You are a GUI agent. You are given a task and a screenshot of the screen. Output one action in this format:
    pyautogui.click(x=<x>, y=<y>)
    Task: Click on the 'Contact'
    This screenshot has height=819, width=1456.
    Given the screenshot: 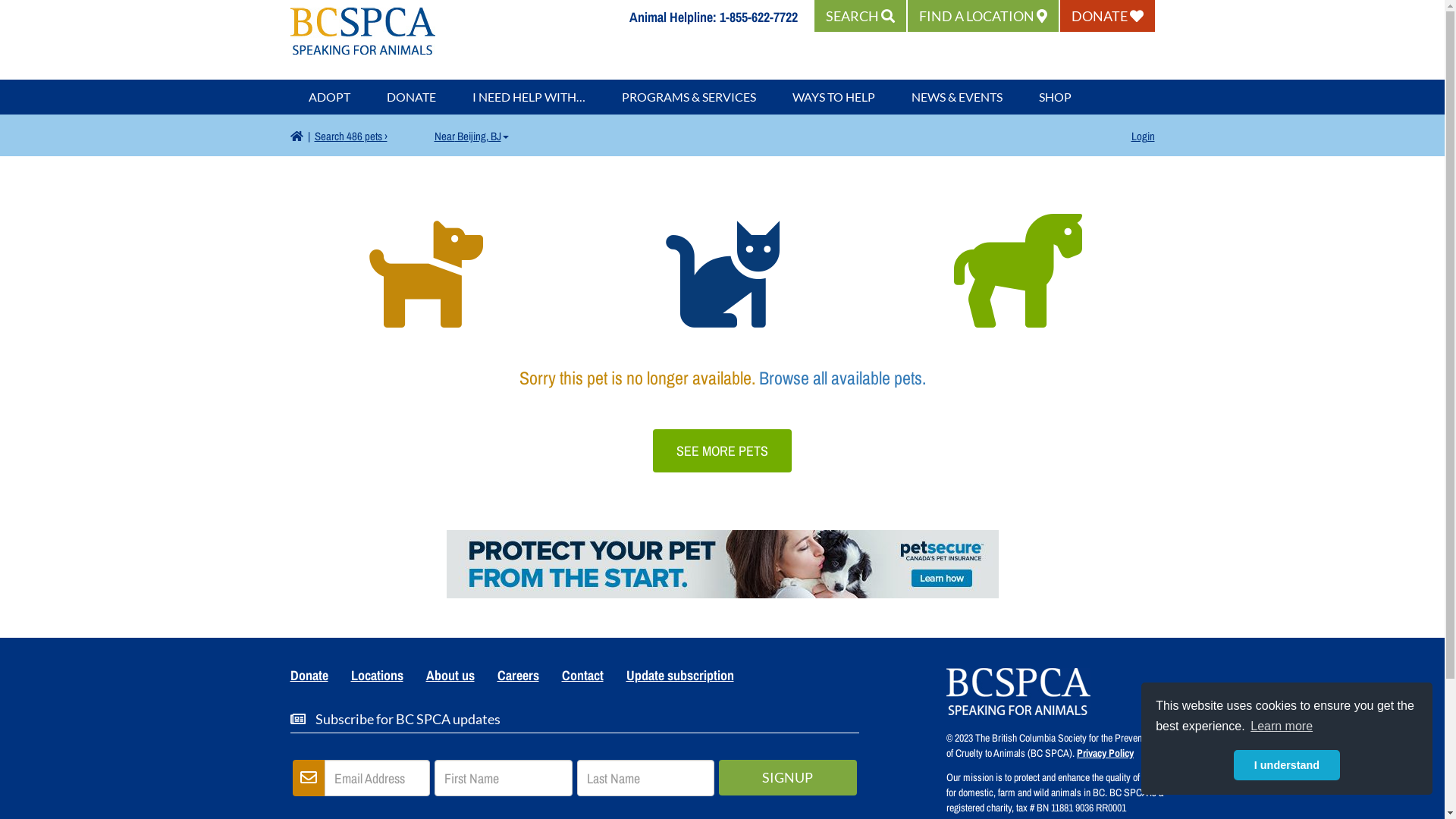 What is the action you would take?
    pyautogui.click(x=582, y=676)
    